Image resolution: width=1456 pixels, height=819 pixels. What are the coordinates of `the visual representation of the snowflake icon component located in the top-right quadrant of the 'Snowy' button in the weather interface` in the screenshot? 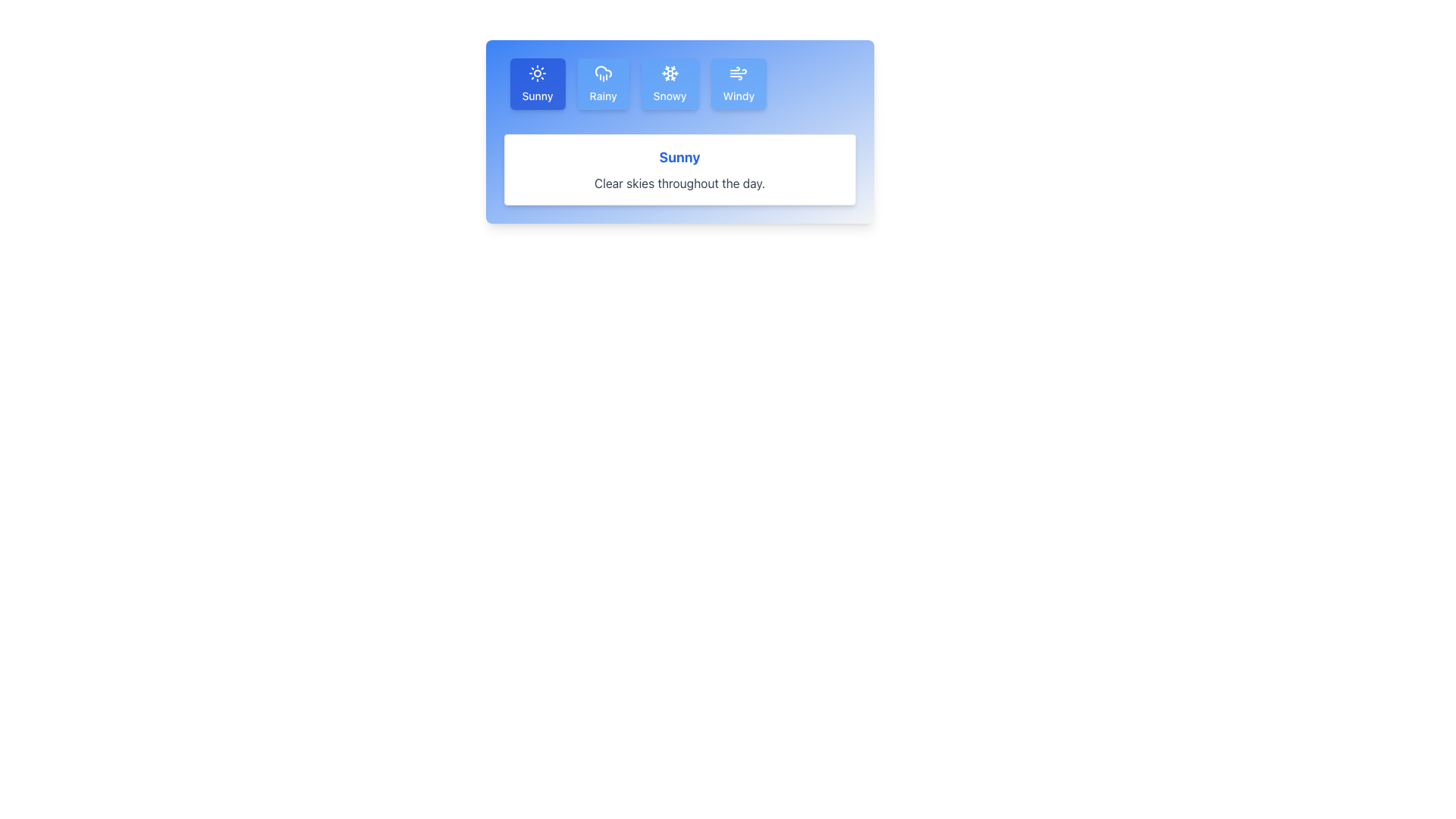 It's located at (672, 70).